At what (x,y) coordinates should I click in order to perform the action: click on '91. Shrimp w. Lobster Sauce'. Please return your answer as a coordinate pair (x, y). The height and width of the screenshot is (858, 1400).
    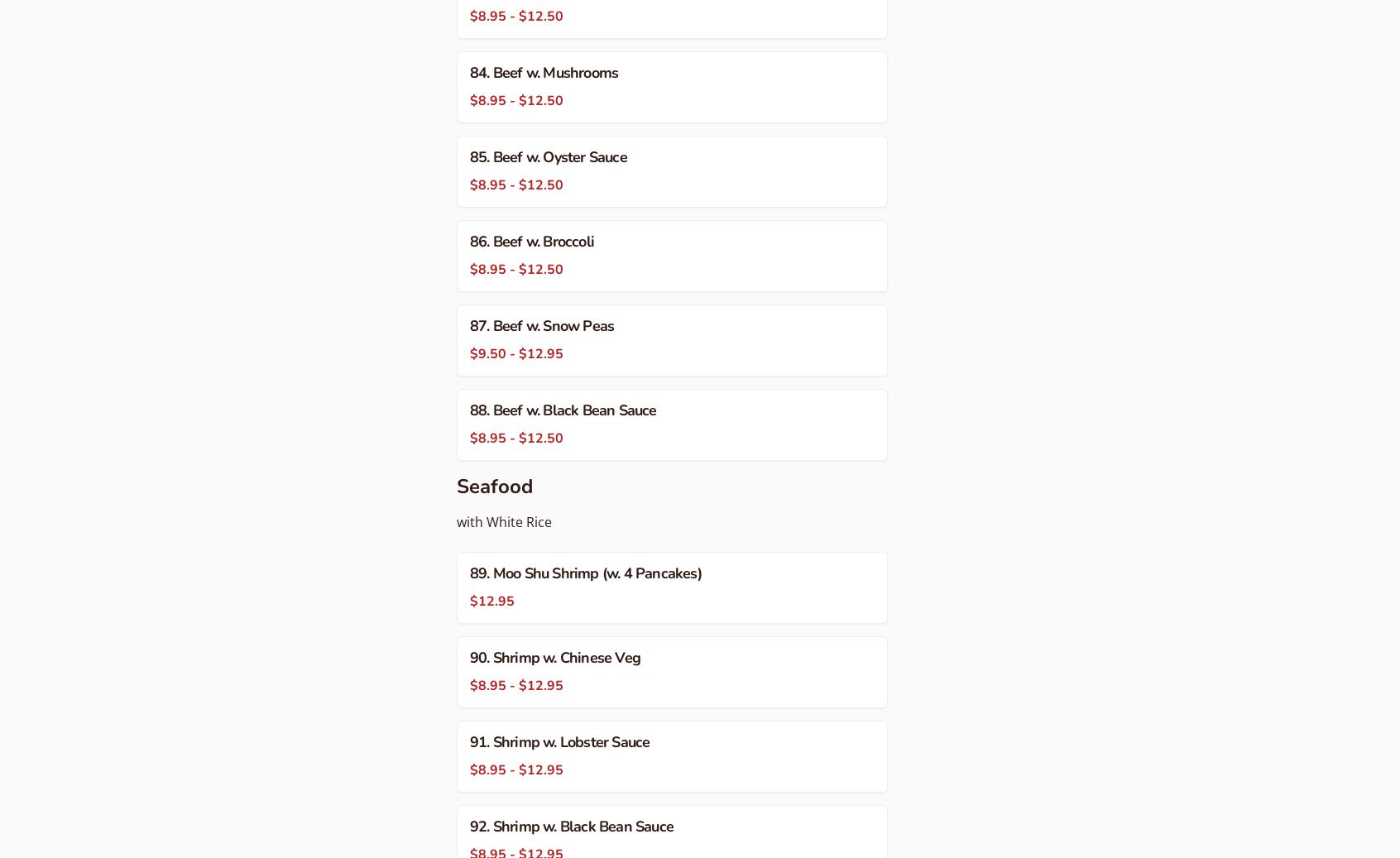
    Looking at the image, I should click on (469, 742).